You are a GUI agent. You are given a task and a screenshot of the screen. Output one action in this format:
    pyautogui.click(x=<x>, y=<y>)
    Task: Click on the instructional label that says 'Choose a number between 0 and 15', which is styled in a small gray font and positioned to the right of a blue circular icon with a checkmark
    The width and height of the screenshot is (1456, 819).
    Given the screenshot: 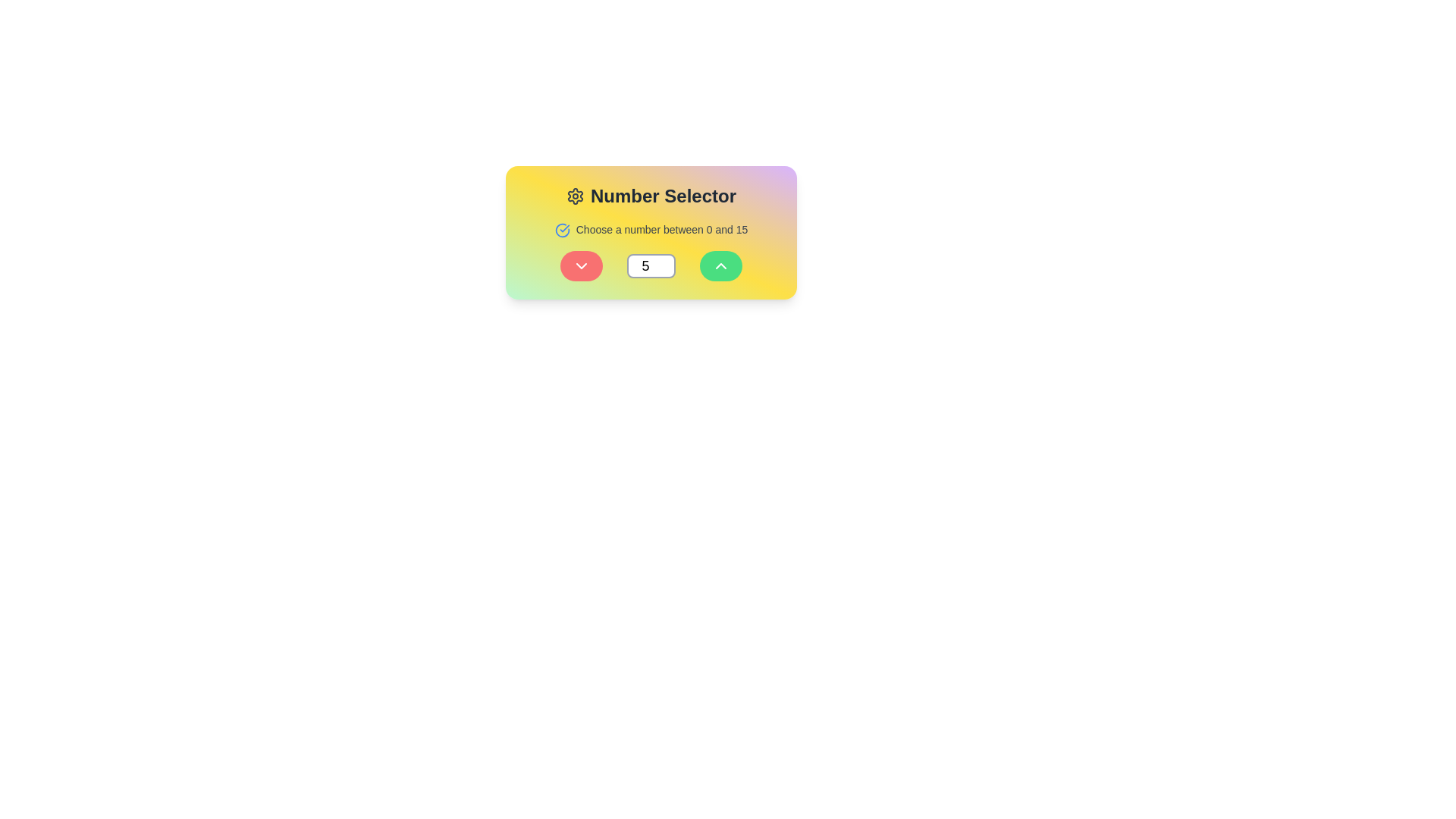 What is the action you would take?
    pyautogui.click(x=662, y=230)
    